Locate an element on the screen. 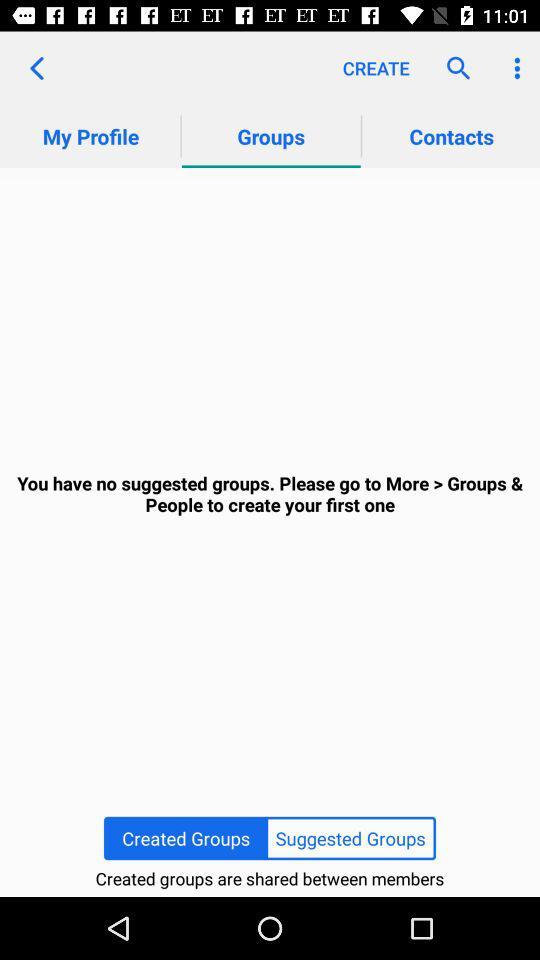  the item next to the create is located at coordinates (453, 68).